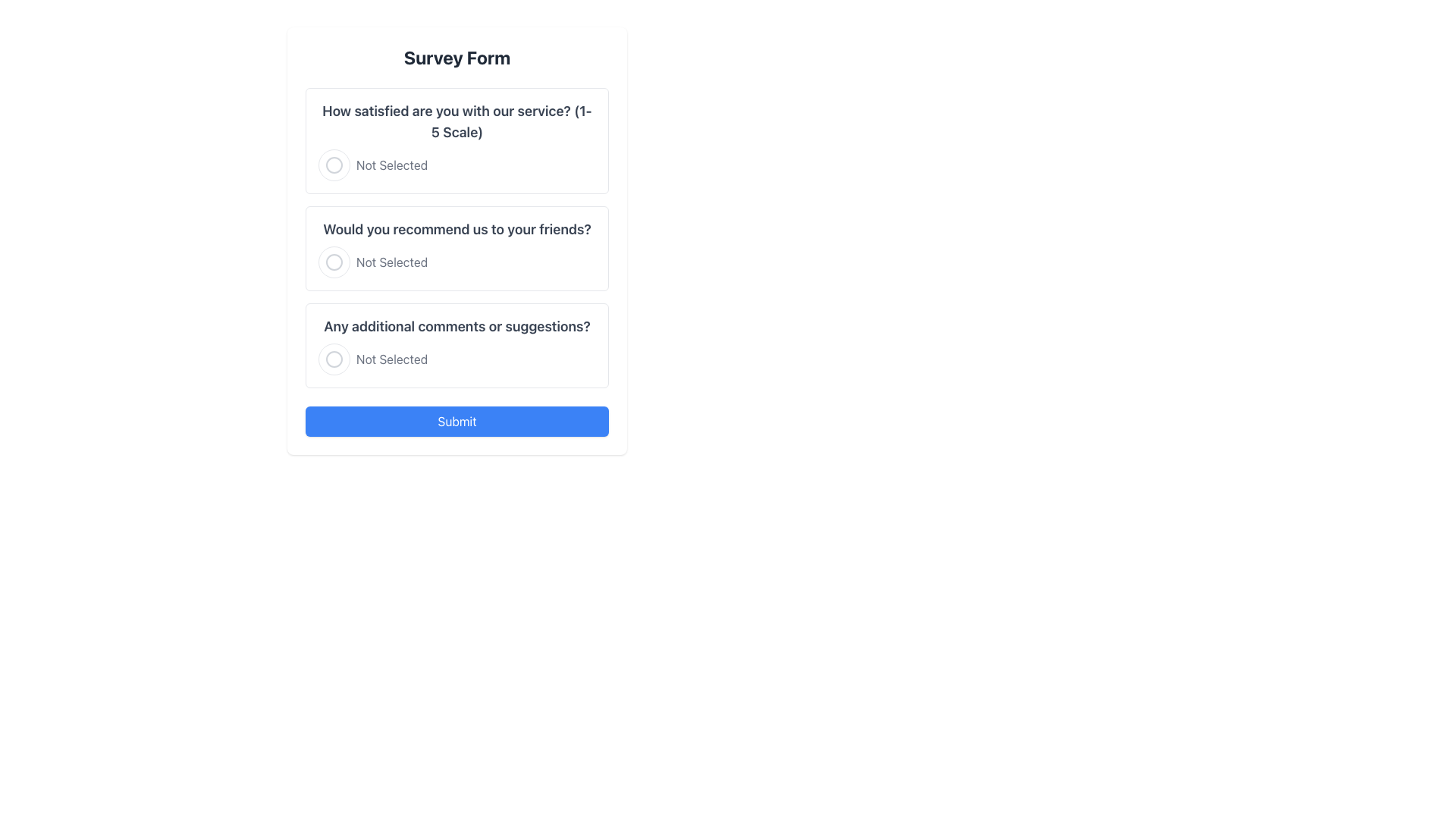 The height and width of the screenshot is (819, 1456). I want to click on the text and radio button option in the interactive question block located below the previous survey questions, so click(457, 345).